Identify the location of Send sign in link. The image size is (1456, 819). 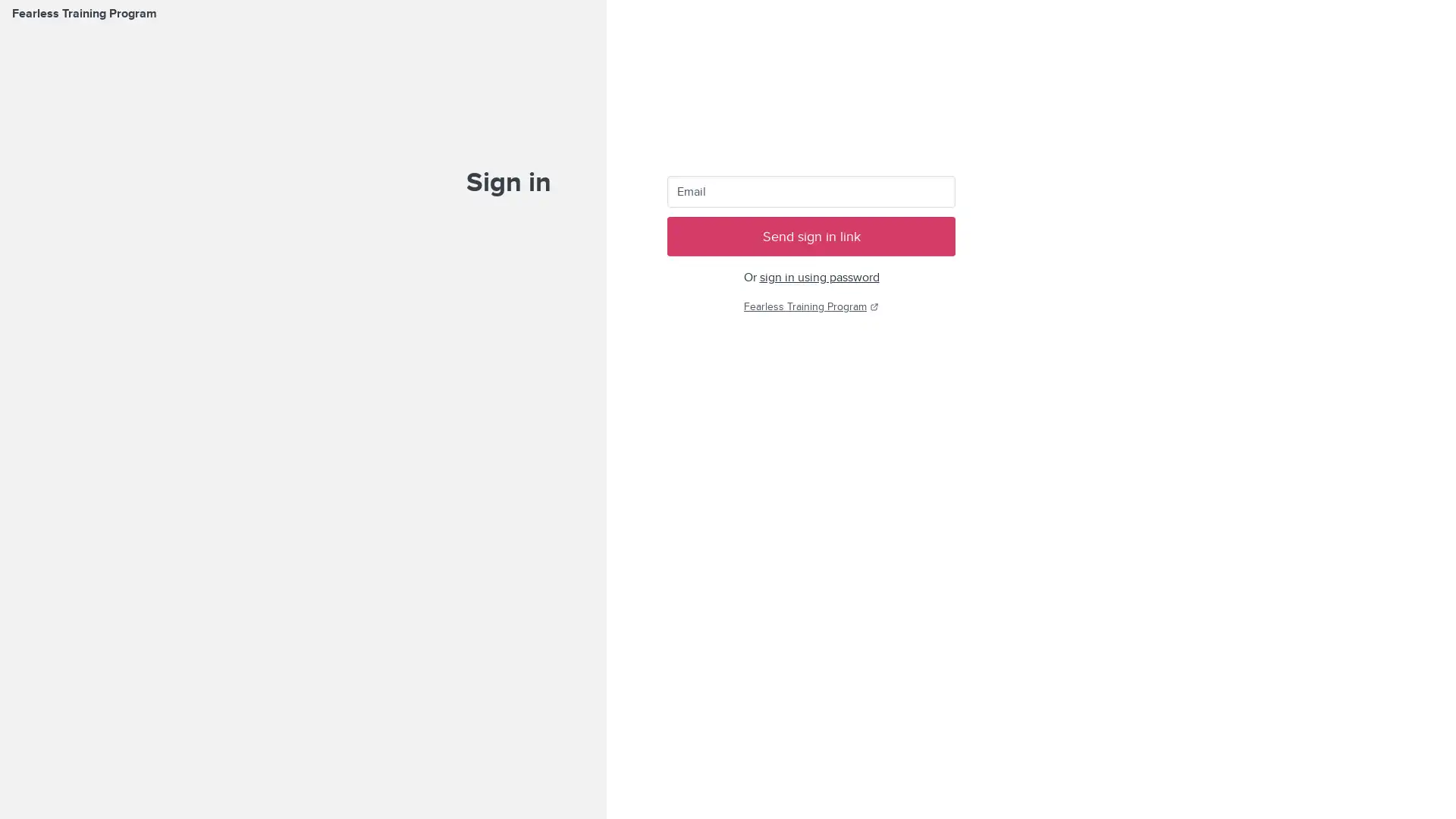
(811, 237).